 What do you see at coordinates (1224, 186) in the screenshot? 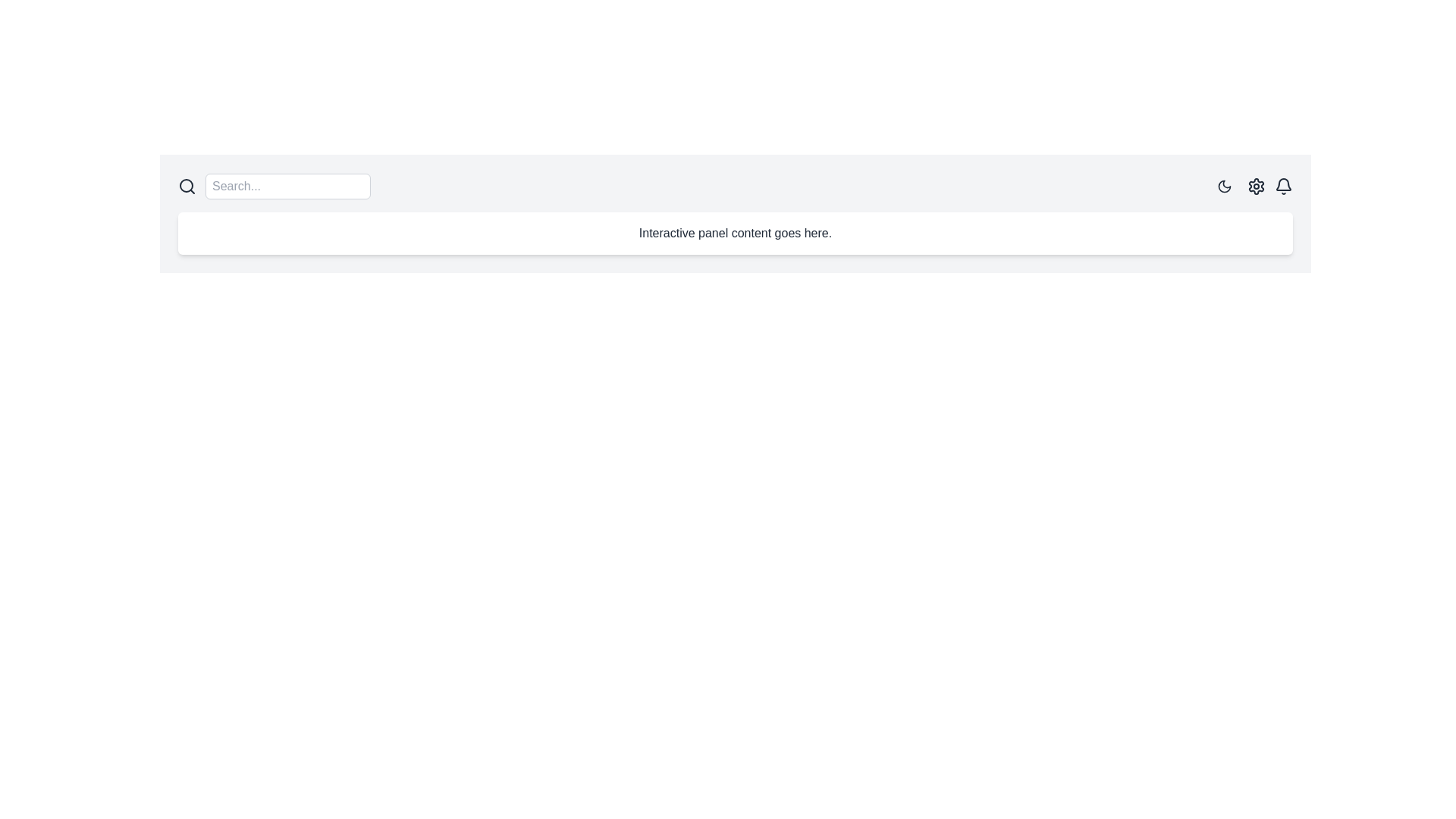
I see `the circular button with a dark moon icon` at bounding box center [1224, 186].